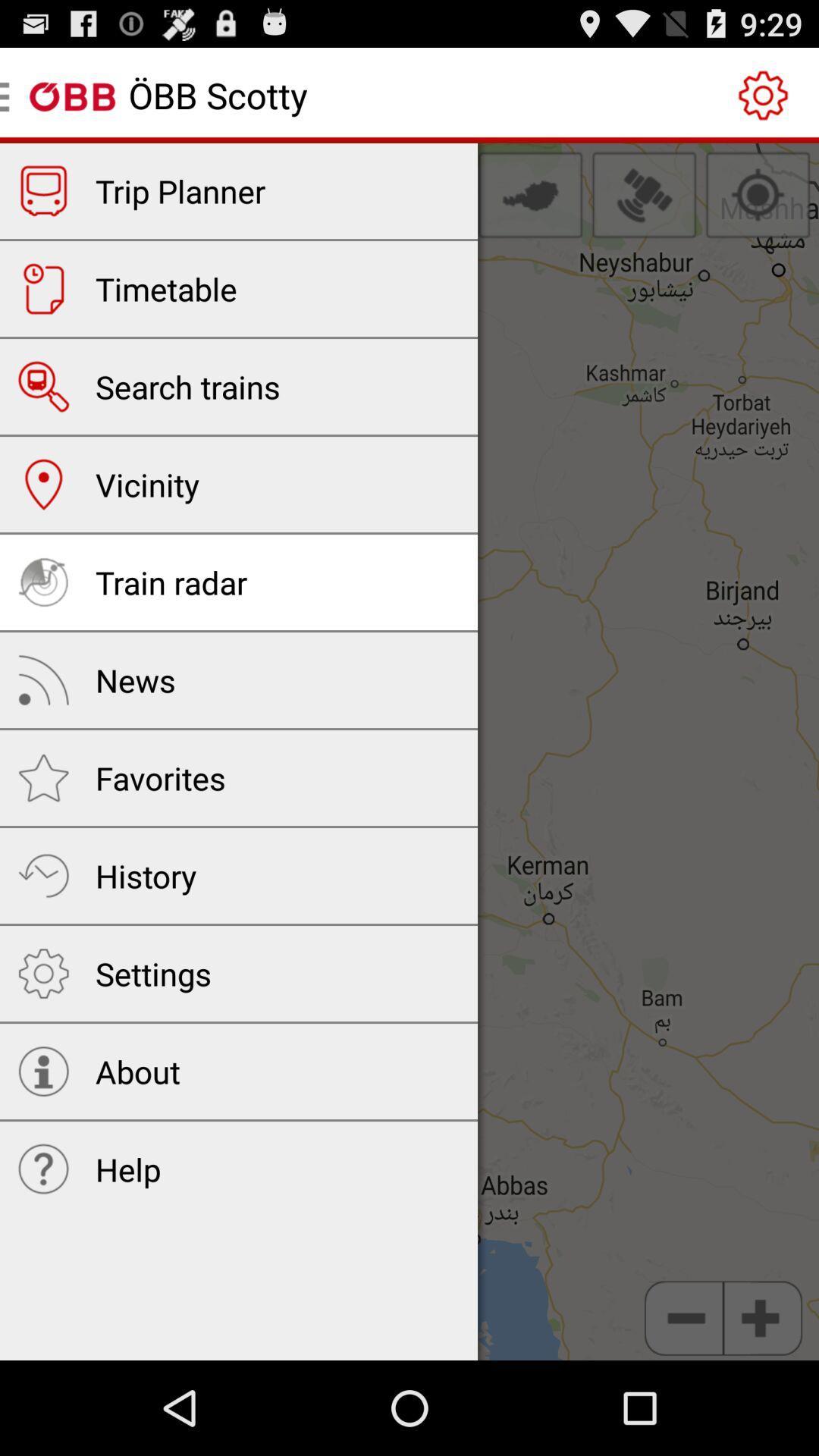  What do you see at coordinates (134, 679) in the screenshot?
I see `the news item` at bounding box center [134, 679].